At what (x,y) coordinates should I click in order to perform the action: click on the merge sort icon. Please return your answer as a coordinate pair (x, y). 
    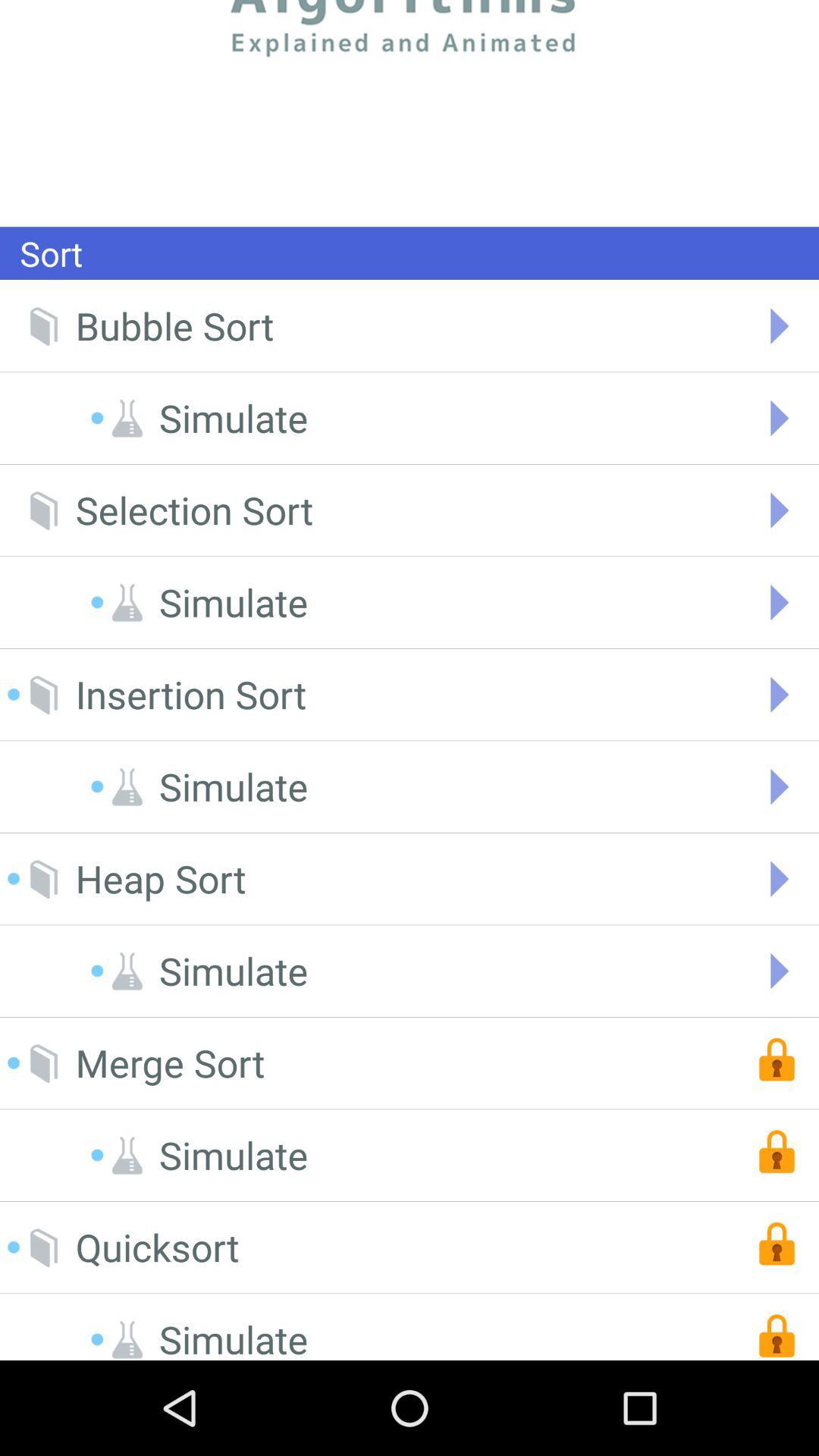
    Looking at the image, I should click on (170, 1062).